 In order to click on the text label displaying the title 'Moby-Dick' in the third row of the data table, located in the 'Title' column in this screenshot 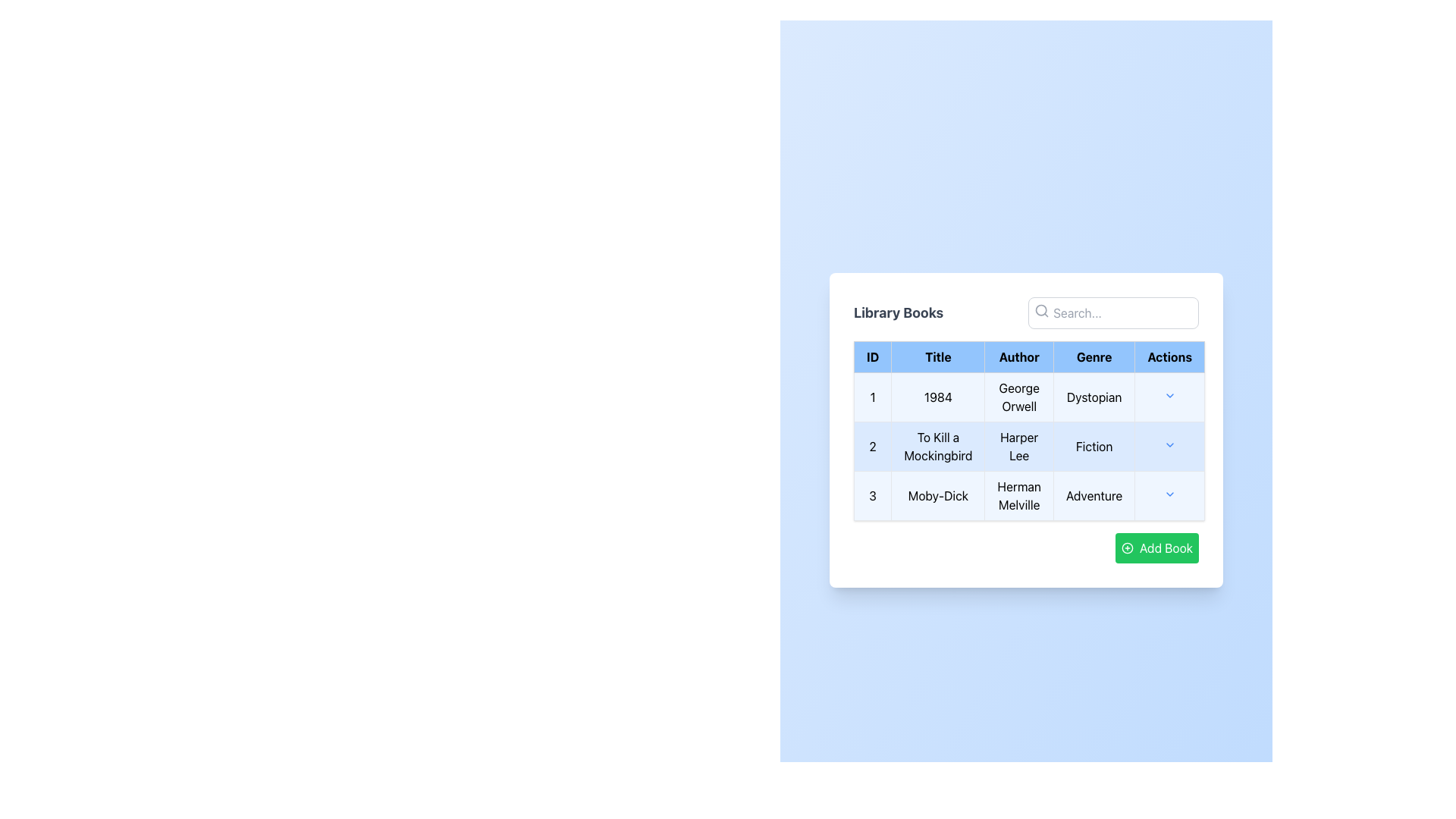, I will do `click(937, 495)`.